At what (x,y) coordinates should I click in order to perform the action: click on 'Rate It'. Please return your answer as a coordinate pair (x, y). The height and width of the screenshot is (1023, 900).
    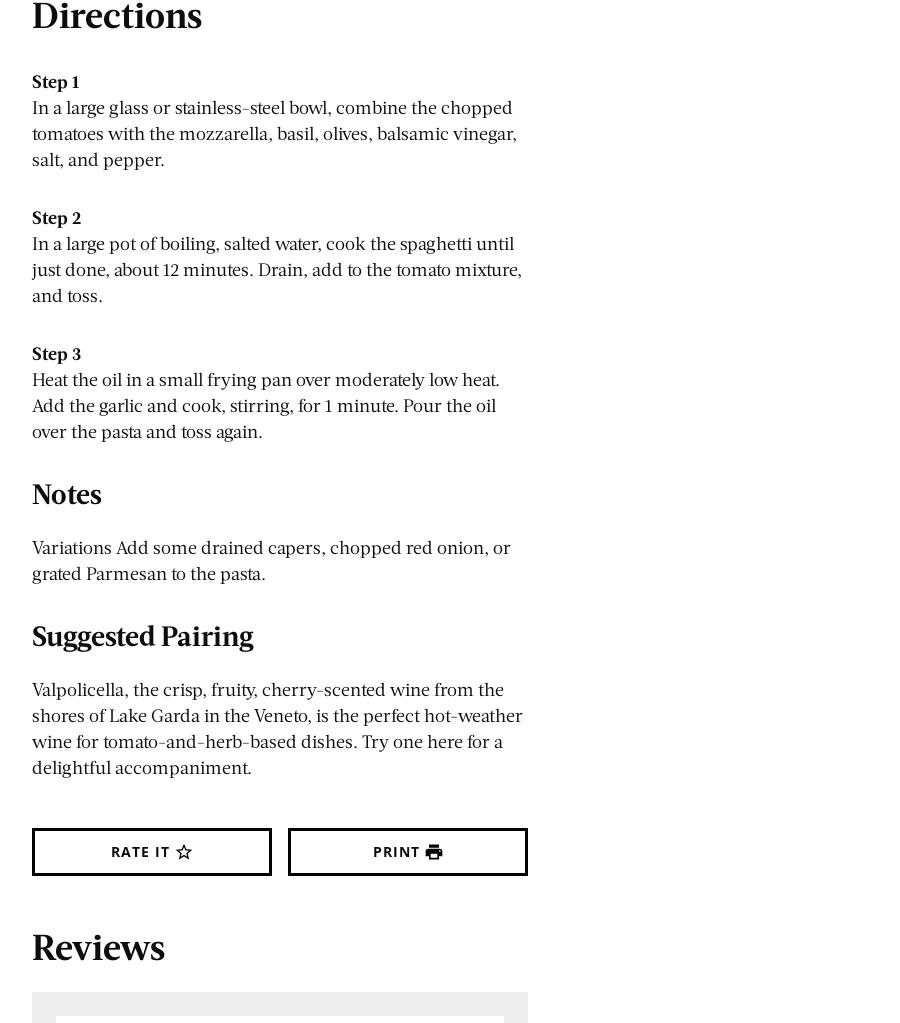
    Looking at the image, I should click on (139, 850).